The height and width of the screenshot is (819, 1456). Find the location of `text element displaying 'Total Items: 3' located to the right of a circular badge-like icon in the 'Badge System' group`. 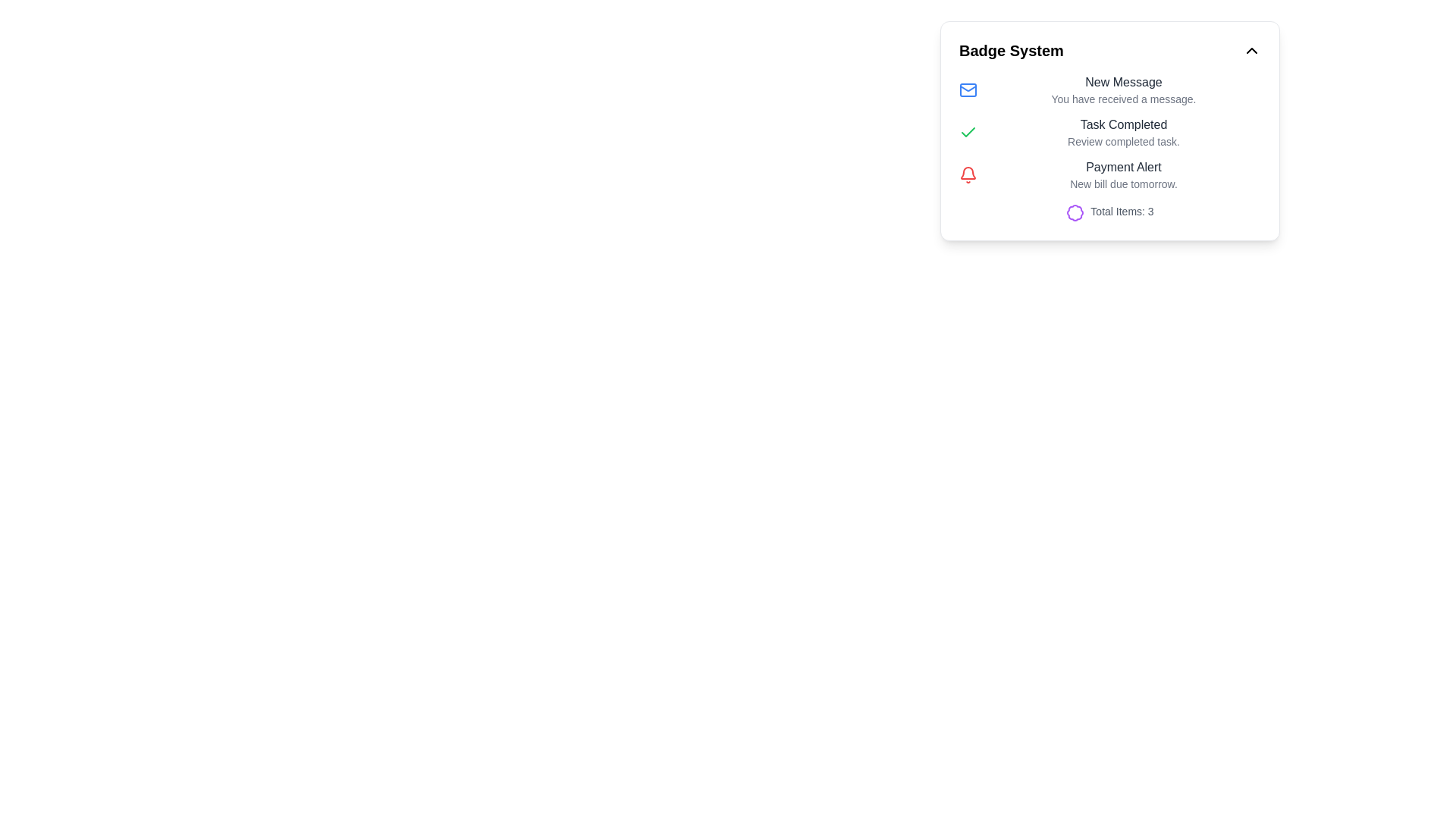

text element displaying 'Total Items: 3' located to the right of a circular badge-like icon in the 'Badge System' group is located at coordinates (1122, 213).